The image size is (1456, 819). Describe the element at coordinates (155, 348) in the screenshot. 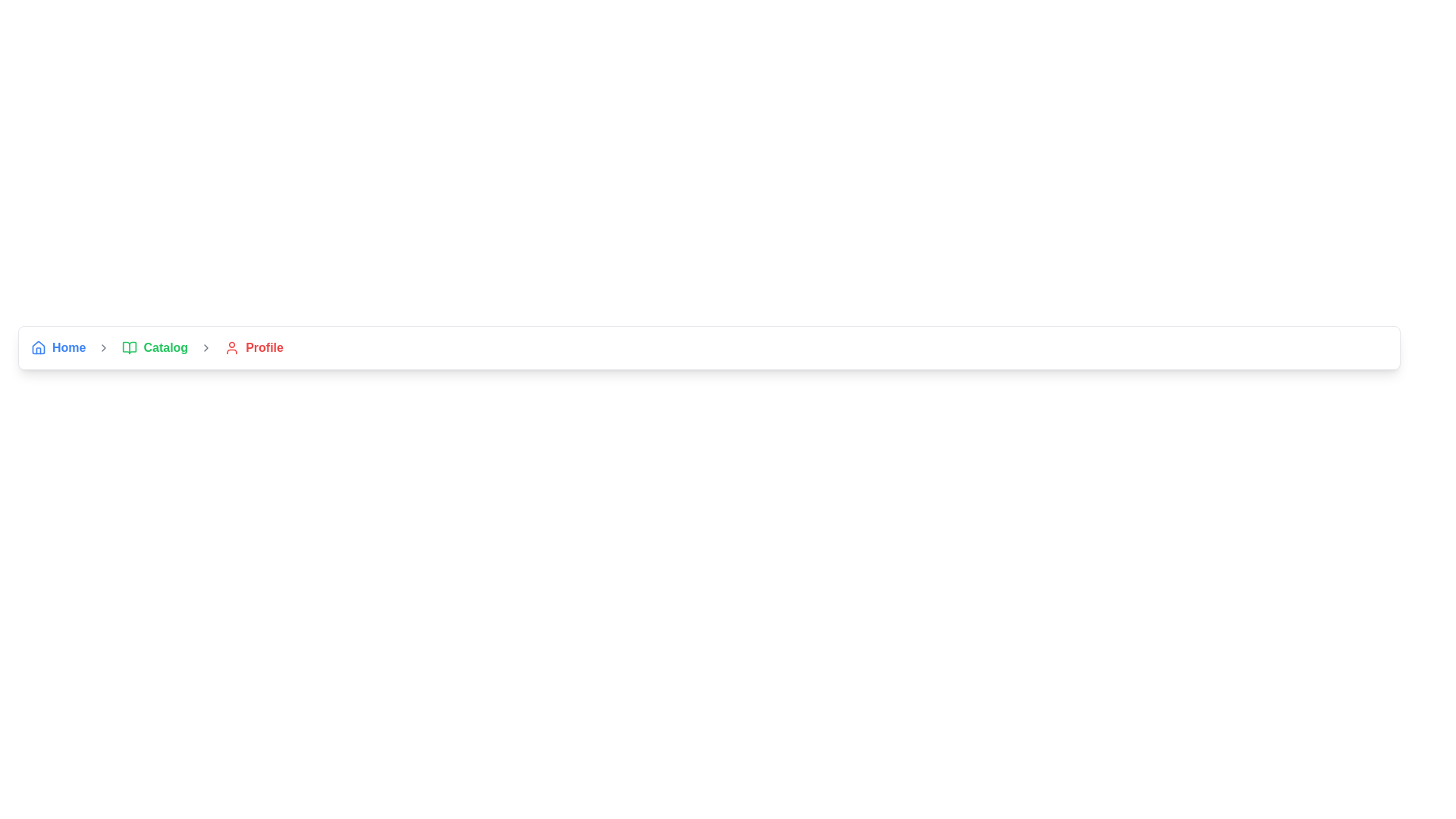

I see `the 'Catalog' hyperlink with an icon, which is the second navigational item in the top navigation bar` at that location.